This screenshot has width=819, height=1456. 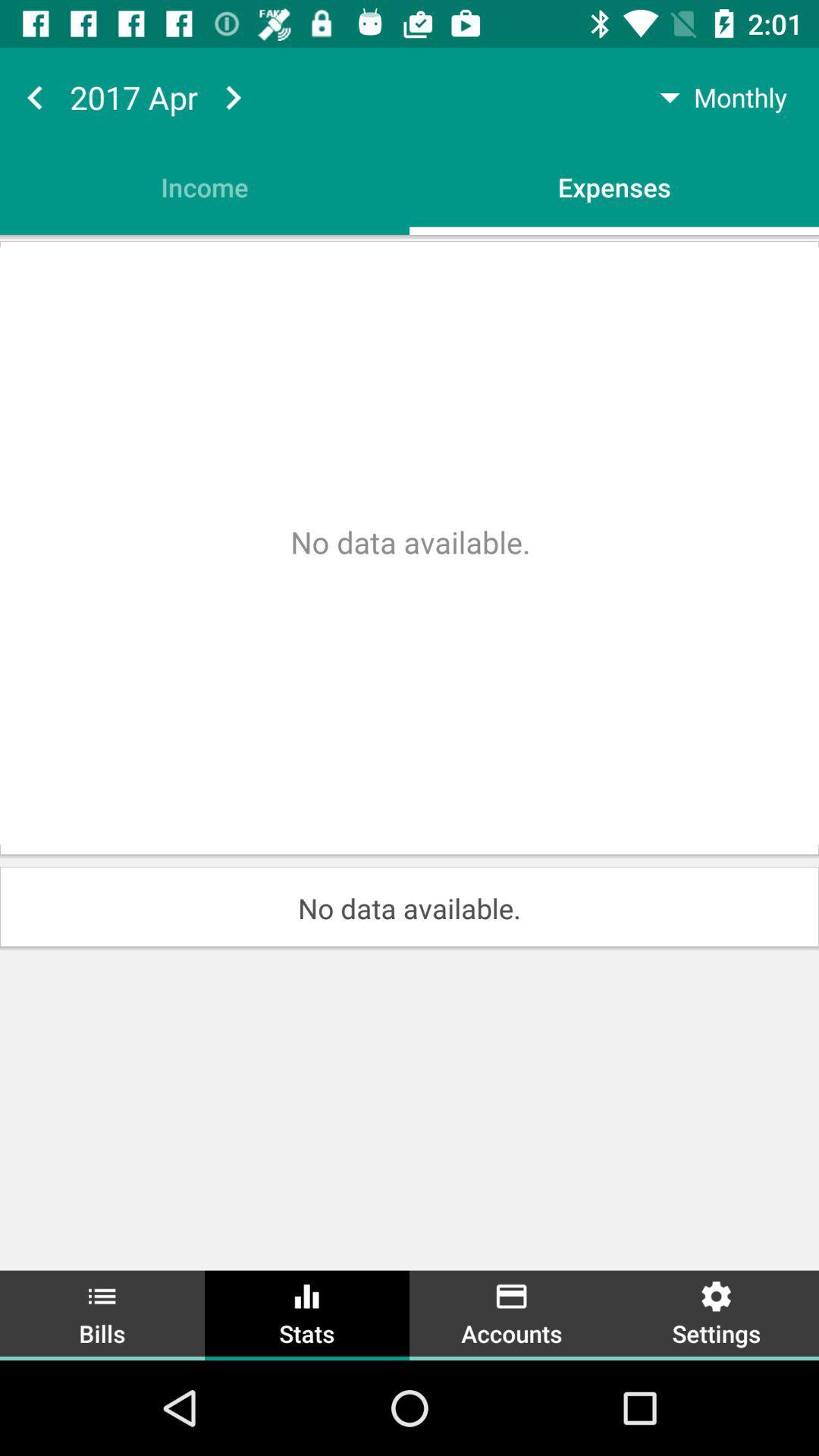 I want to click on next, so click(x=233, y=96).